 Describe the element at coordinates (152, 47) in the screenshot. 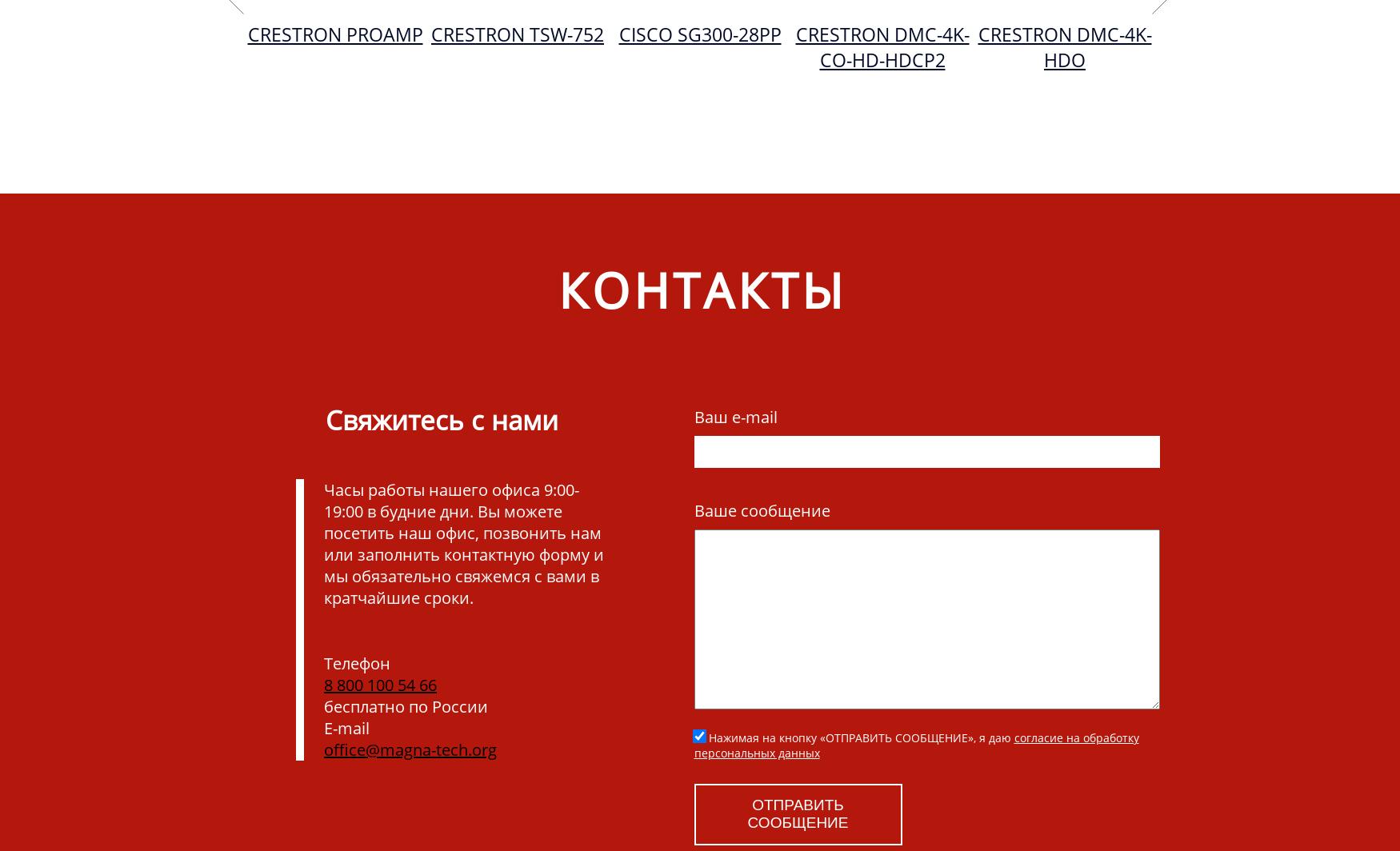

I see `'Crestron DMC-4K-CO-HDCP2'` at that location.